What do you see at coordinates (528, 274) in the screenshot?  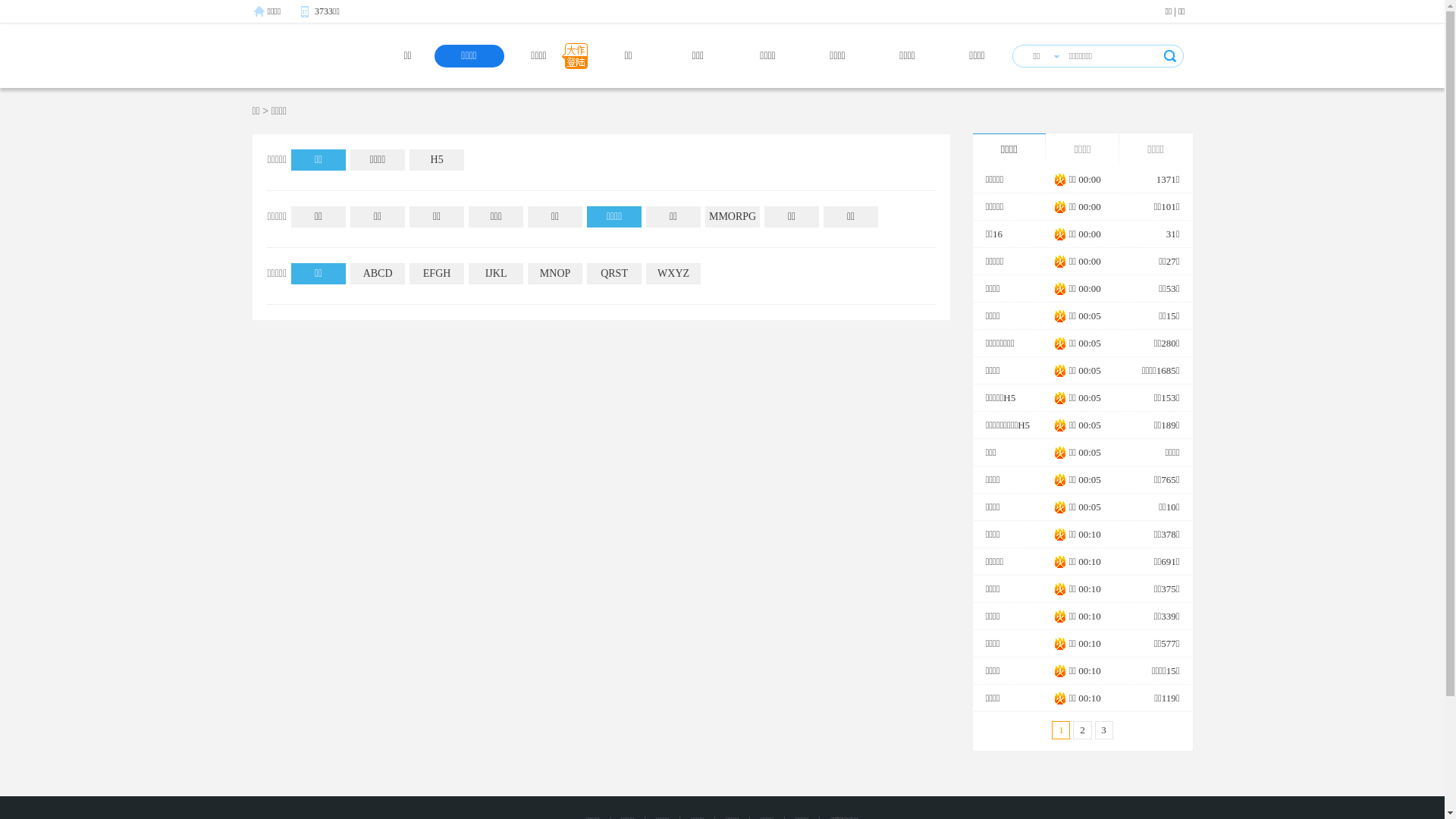 I see `'MNOP'` at bounding box center [528, 274].